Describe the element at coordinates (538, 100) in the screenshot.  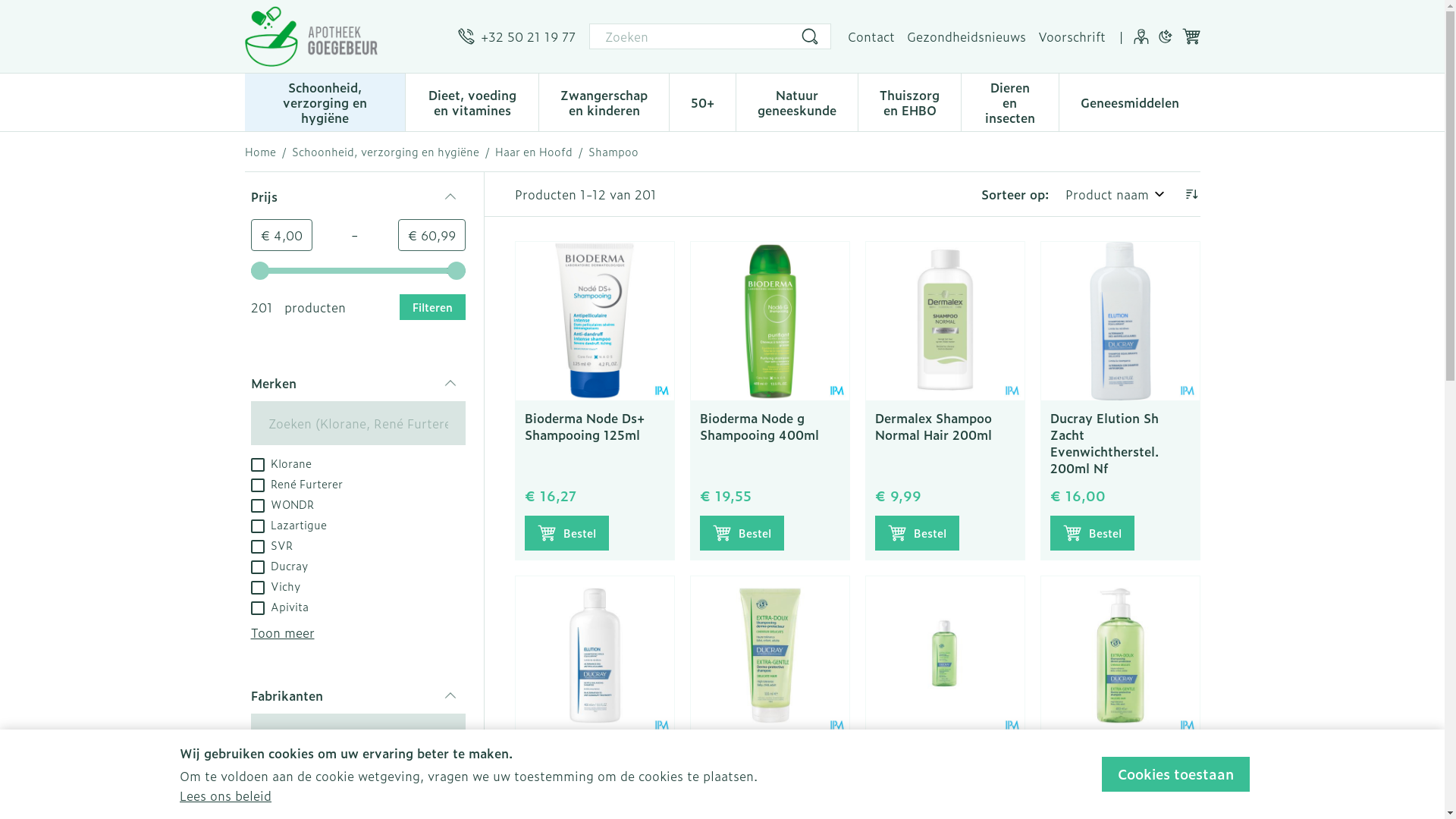
I see `'Zwangerschap en kinderen'` at that location.